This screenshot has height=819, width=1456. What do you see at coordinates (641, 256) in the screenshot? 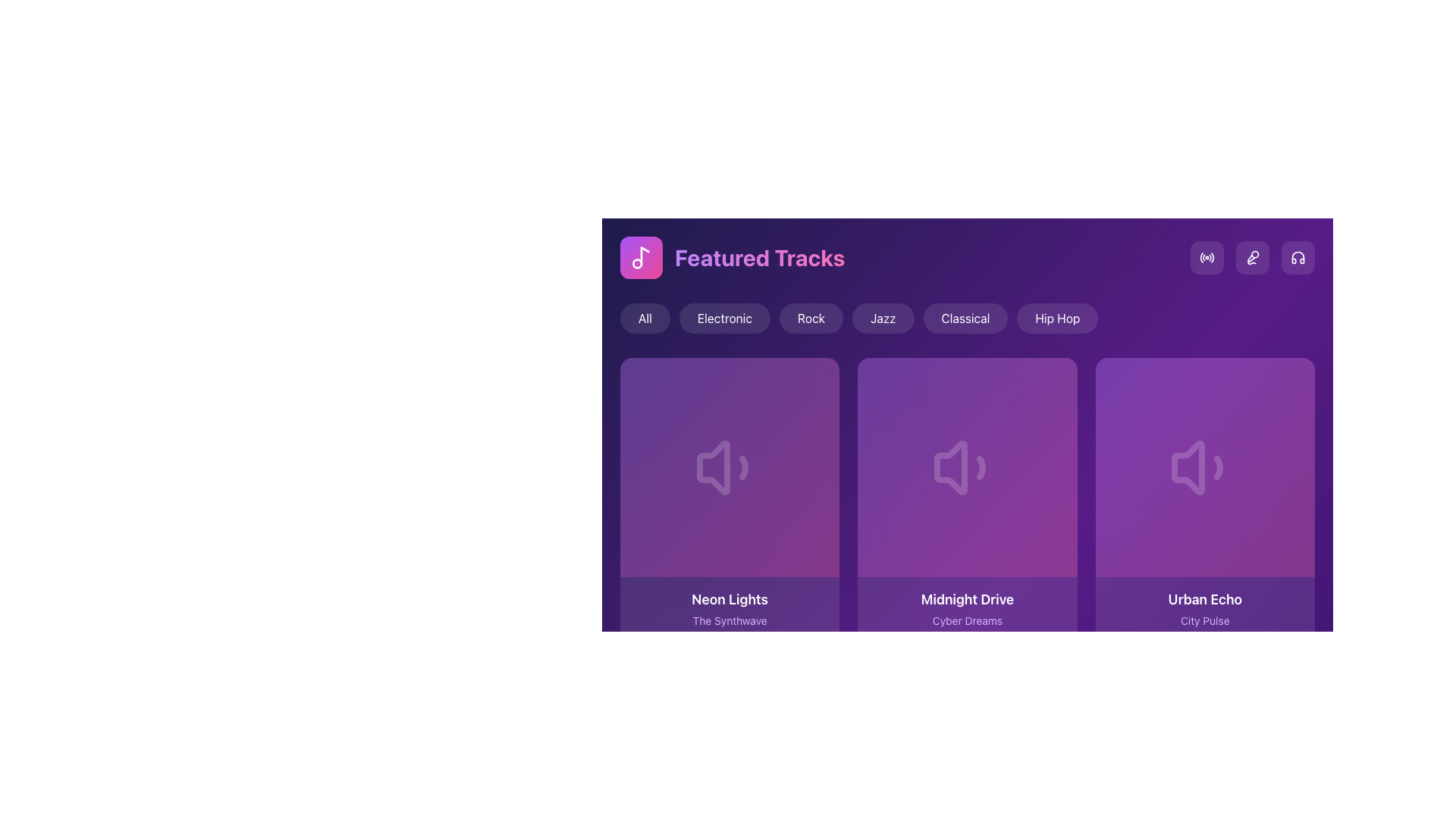
I see `the music icon located in the upper-left corner of the application interface, which is inside a square button with rounded corners featuring a purple-to-pink gradient` at bounding box center [641, 256].